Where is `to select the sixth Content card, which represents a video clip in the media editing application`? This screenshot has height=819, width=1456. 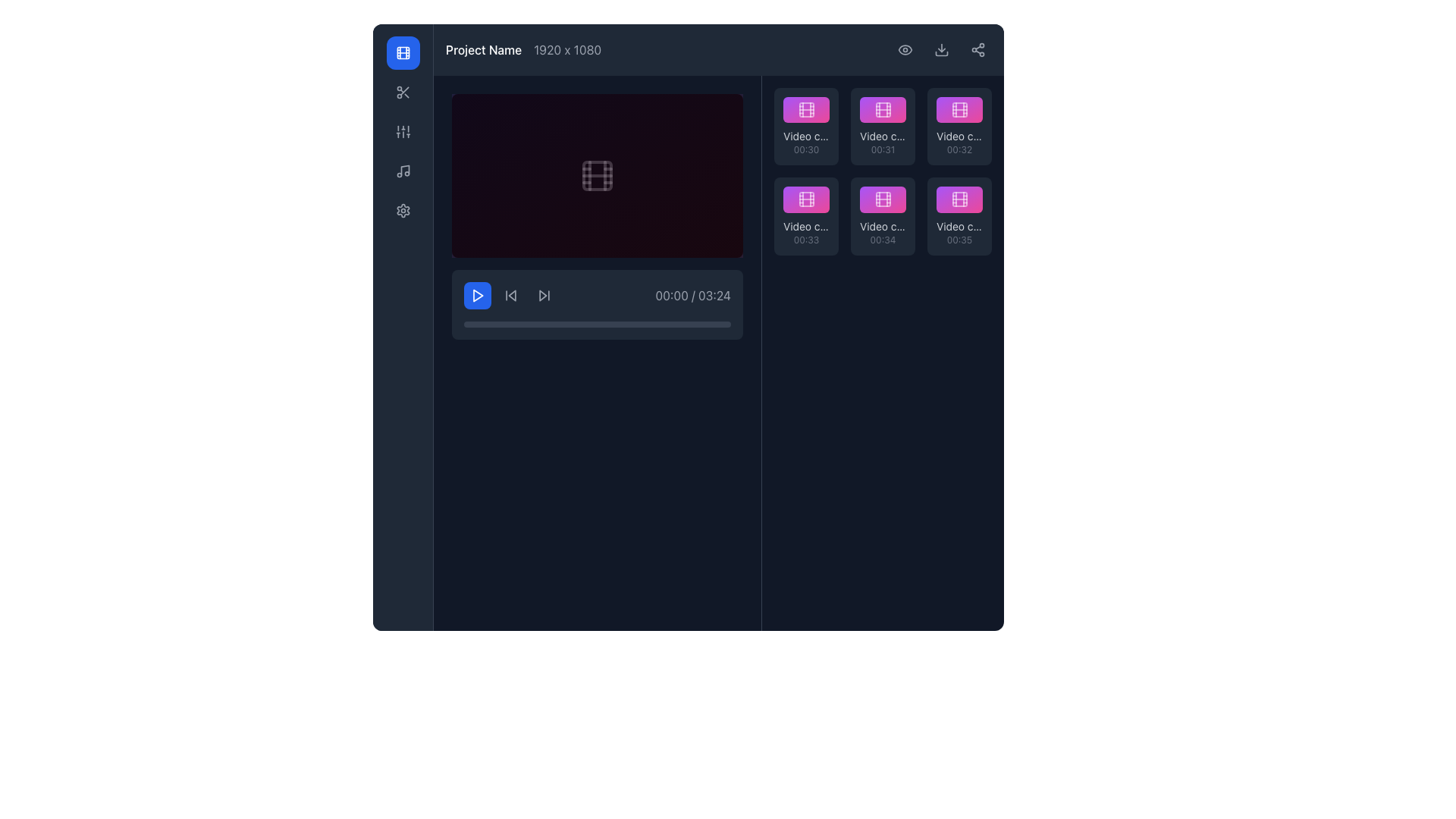 to select the sixth Content card, which represents a video clip in the media editing application is located at coordinates (959, 216).